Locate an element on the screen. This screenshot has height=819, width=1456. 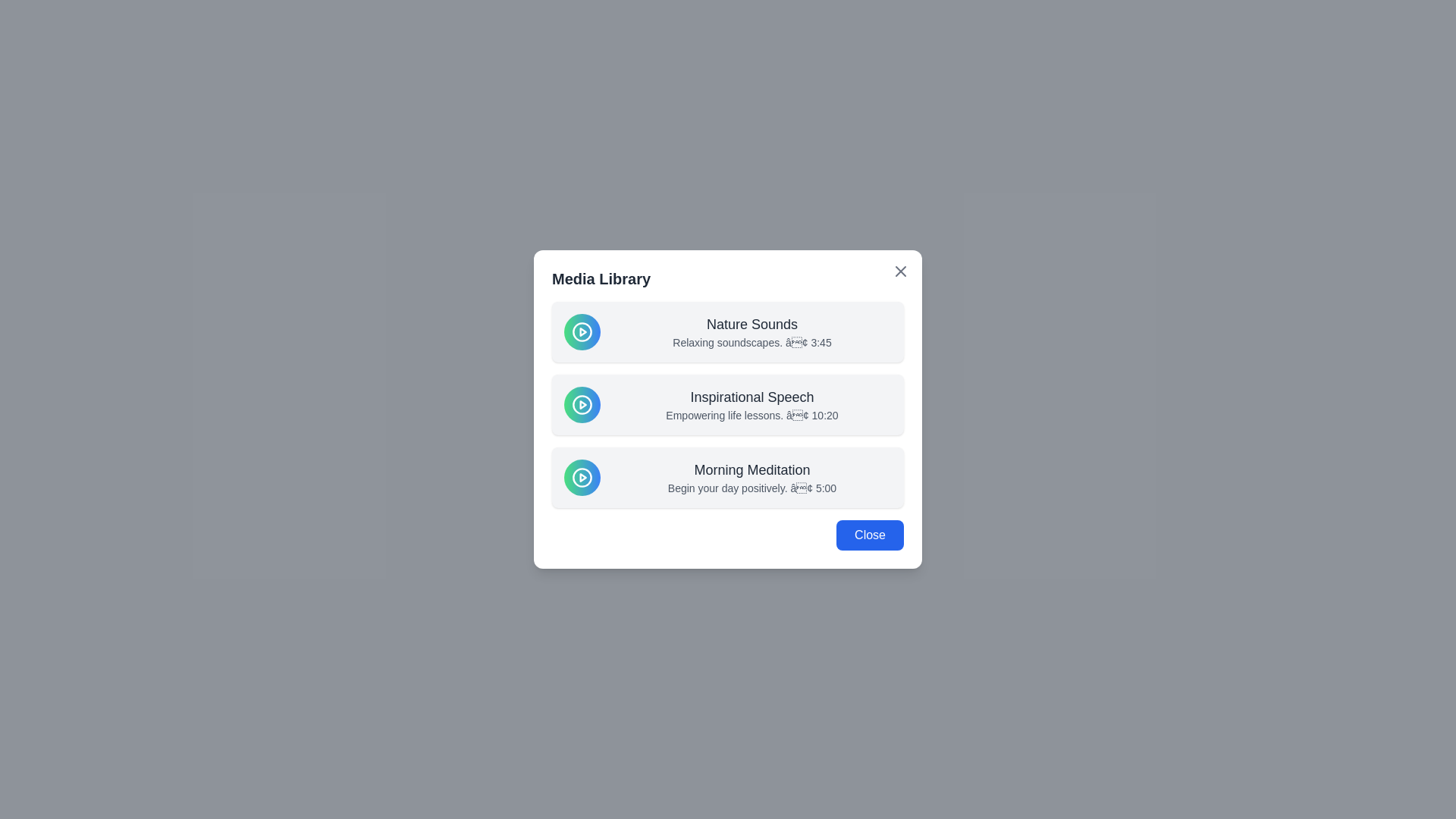
the 'Close' button to close the dialog is located at coordinates (870, 534).